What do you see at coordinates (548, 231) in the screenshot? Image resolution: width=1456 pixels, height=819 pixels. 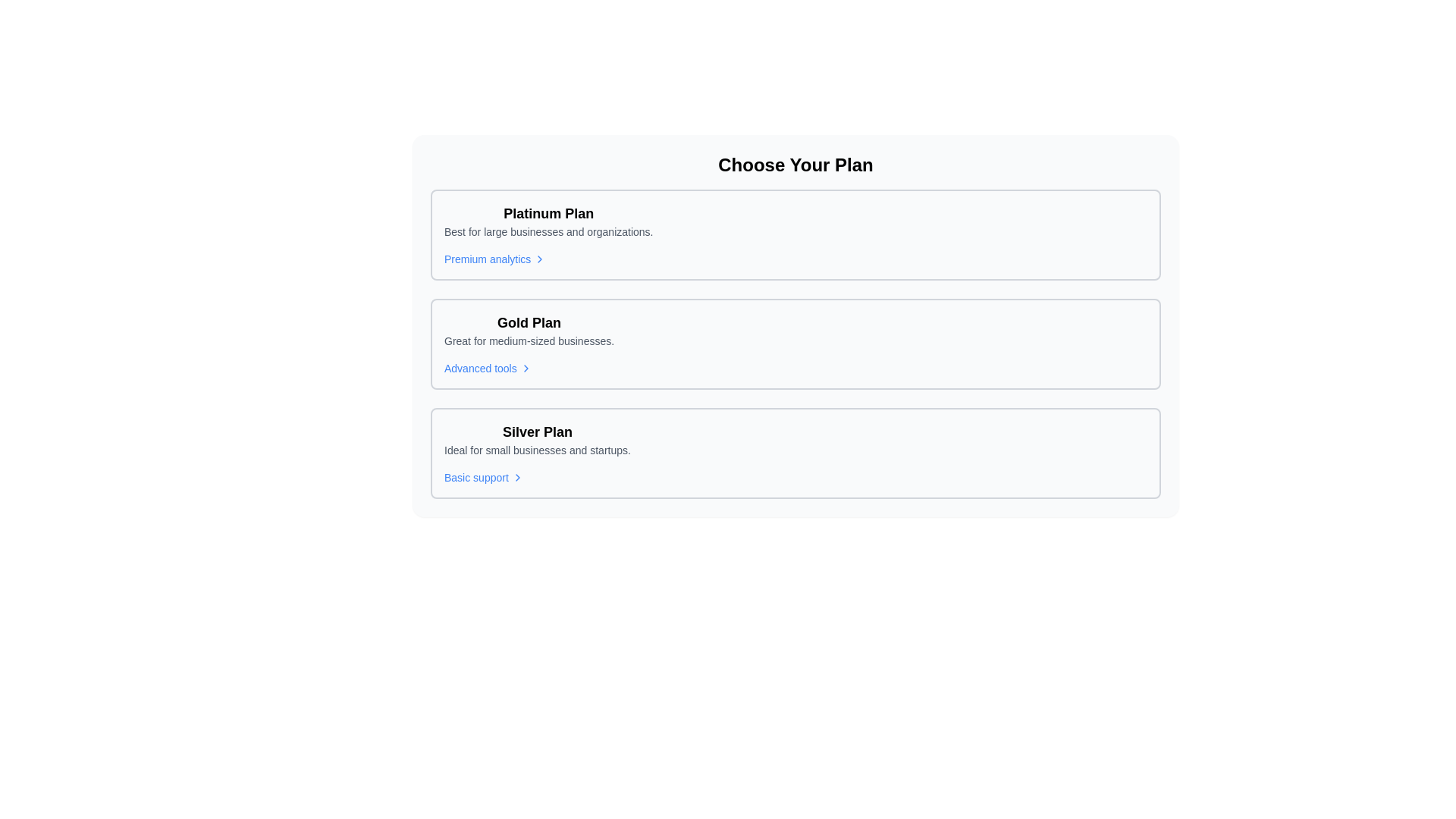 I see `the text label styled with a small font and gray color, located directly beneath the bold title 'Platinum Plan'` at bounding box center [548, 231].